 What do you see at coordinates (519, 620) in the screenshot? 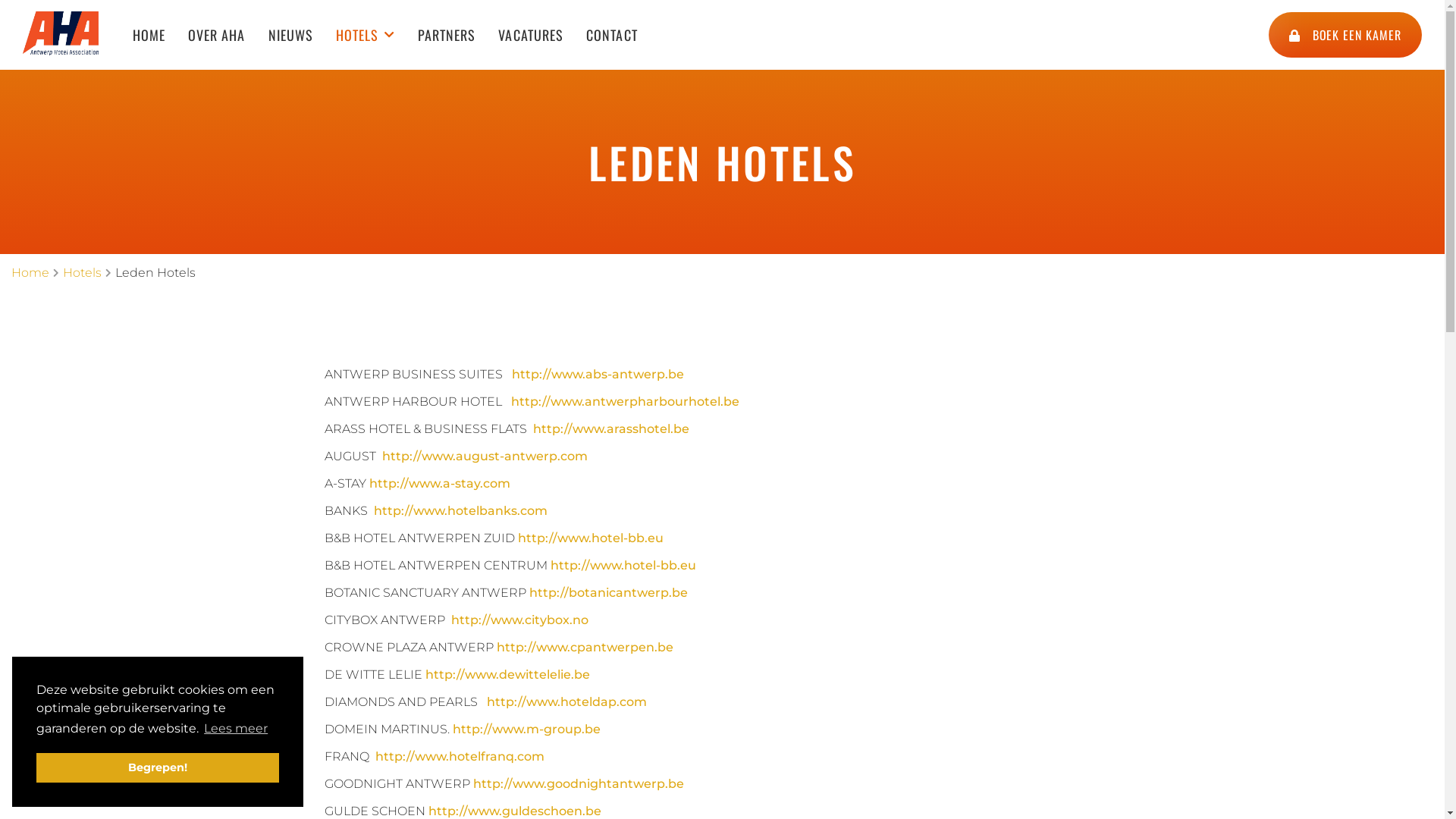
I see `'http://www.citybox.no'` at bounding box center [519, 620].